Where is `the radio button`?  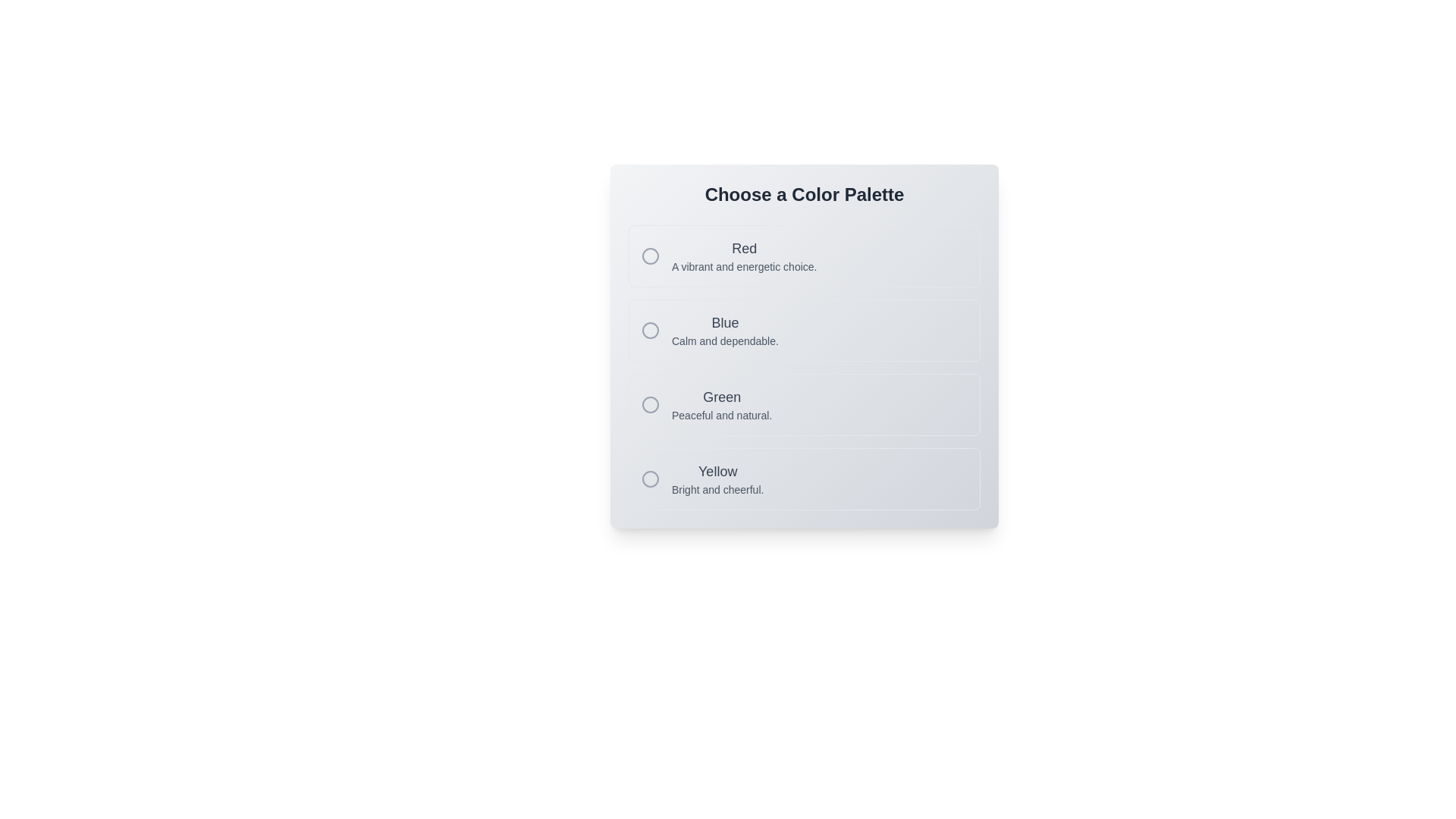 the radio button is located at coordinates (651, 256).